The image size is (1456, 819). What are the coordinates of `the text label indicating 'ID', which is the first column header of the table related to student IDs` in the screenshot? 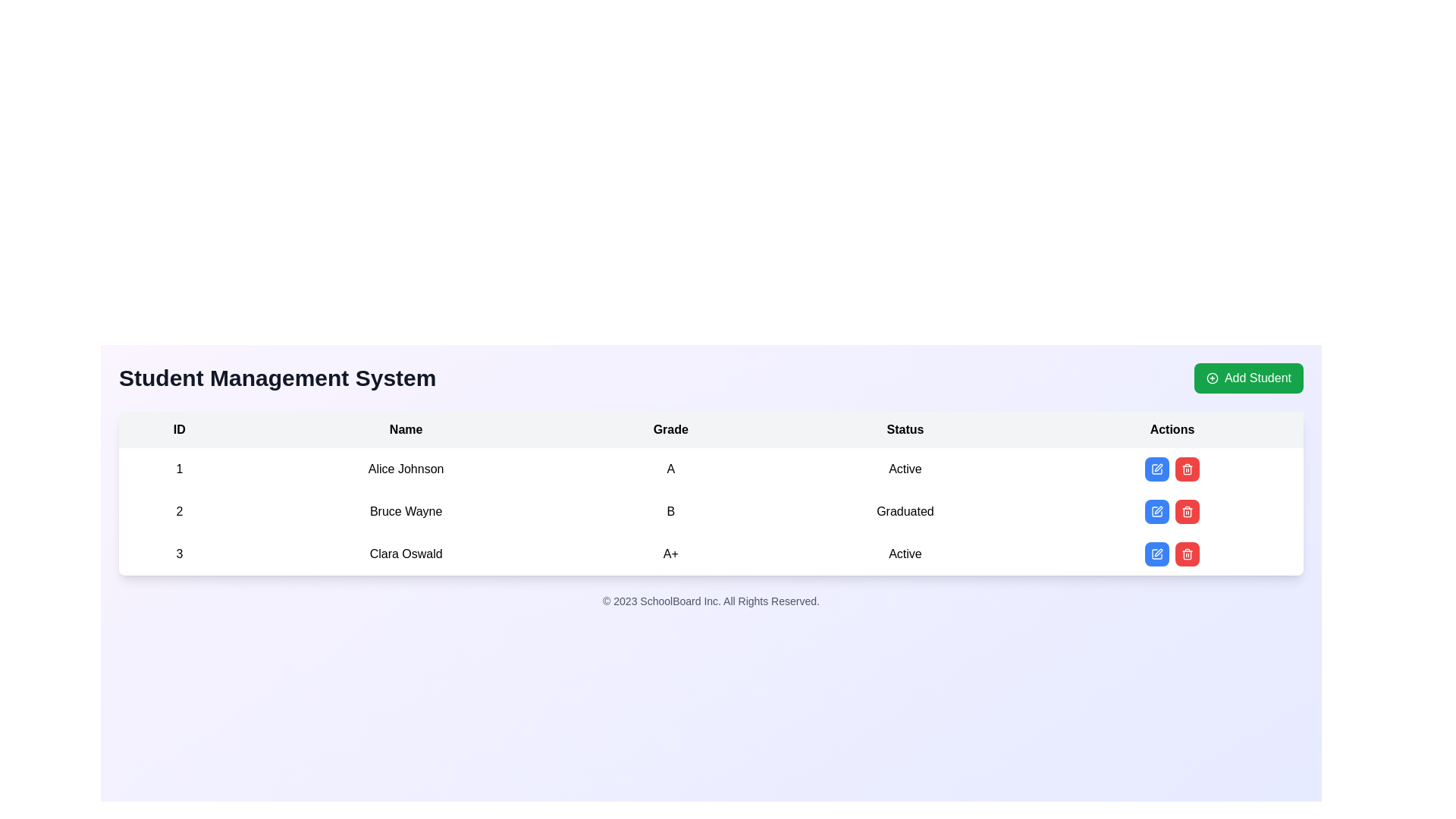 It's located at (179, 430).